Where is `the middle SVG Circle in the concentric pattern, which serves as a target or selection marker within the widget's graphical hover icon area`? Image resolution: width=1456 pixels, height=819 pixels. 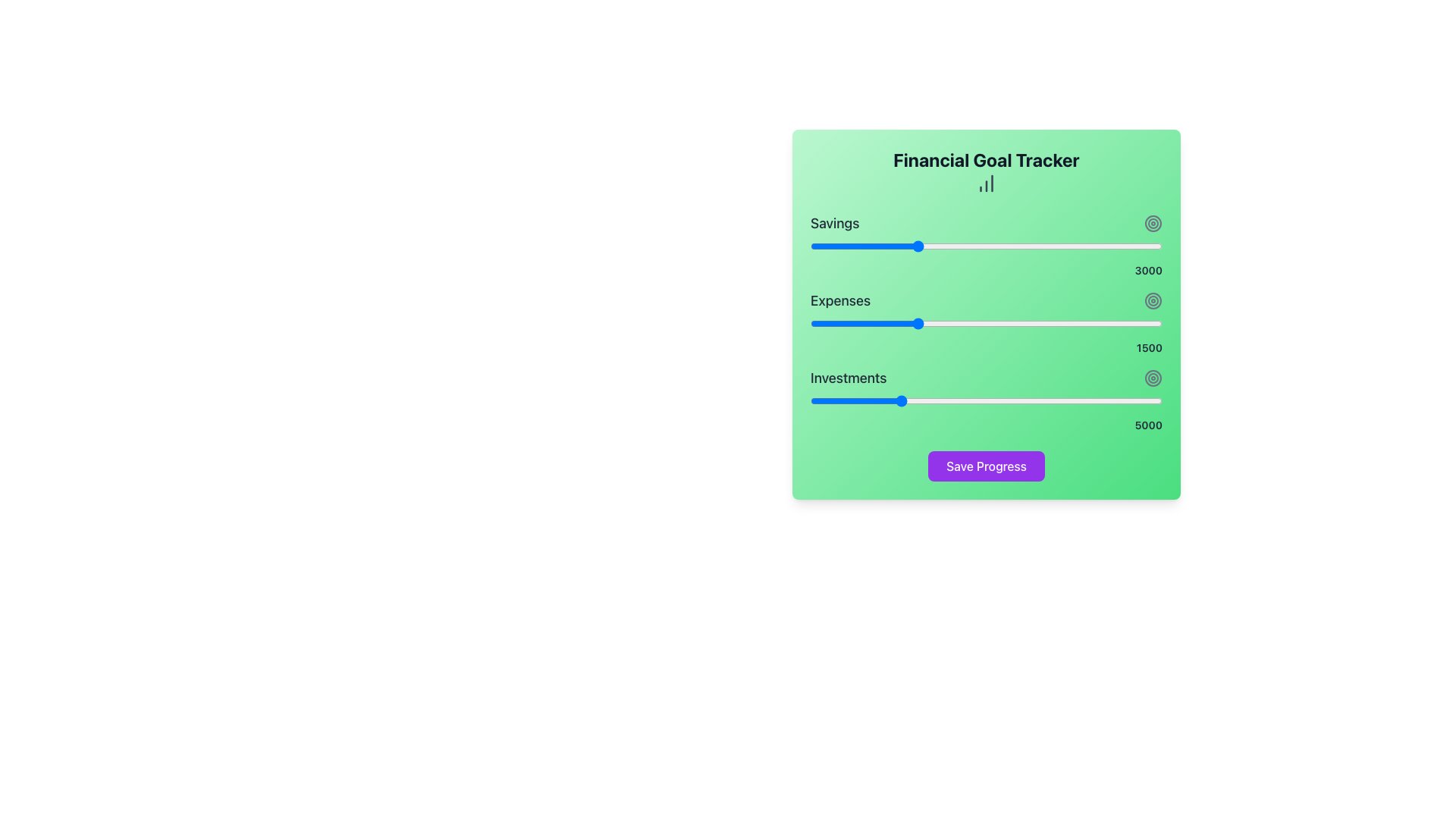 the middle SVG Circle in the concentric pattern, which serves as a target or selection marker within the widget's graphical hover icon area is located at coordinates (1153, 377).